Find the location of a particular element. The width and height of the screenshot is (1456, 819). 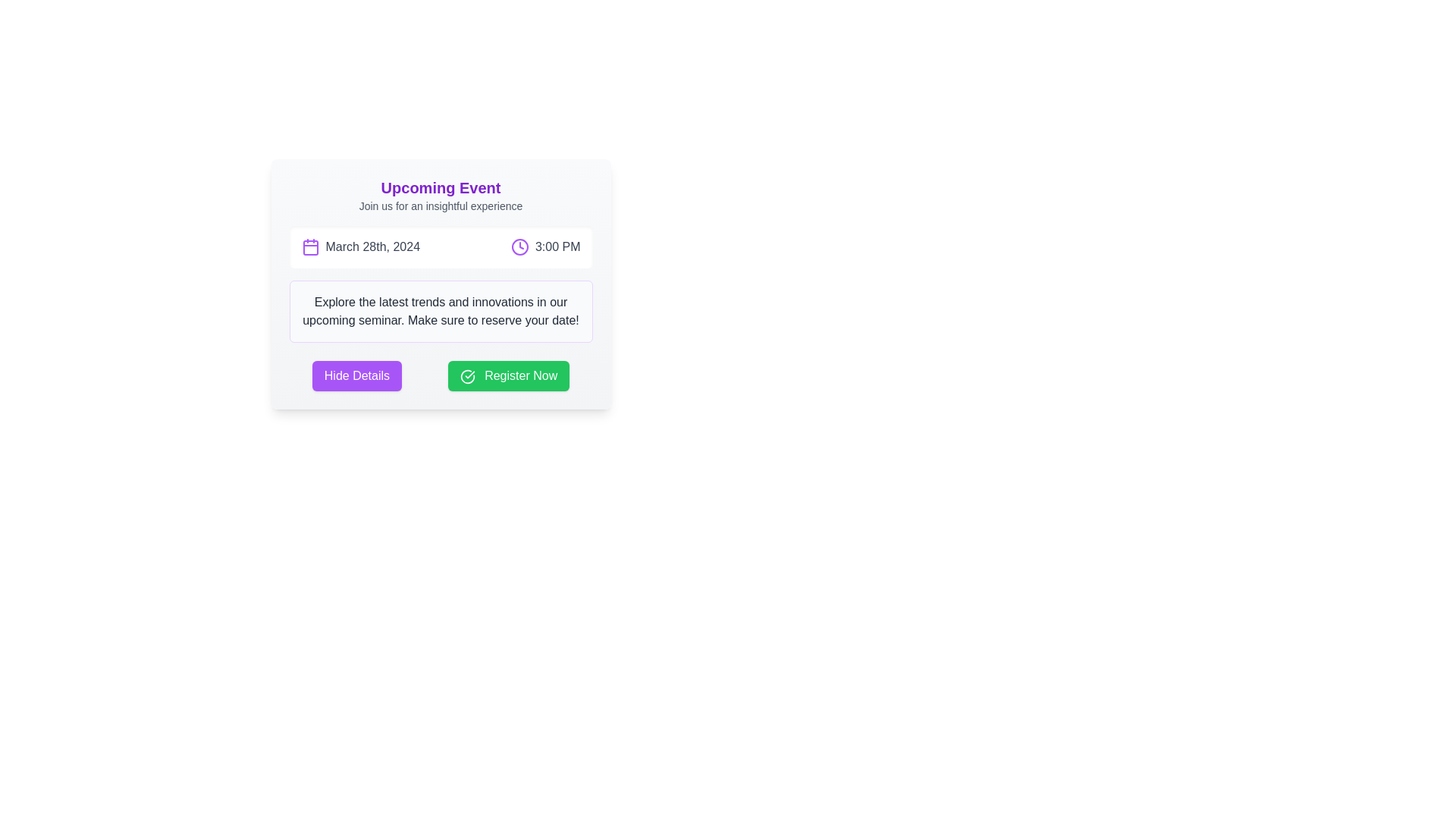

the outer frame of the clock icon adjacent to the '3:00 PM' label, which serves as a decorative element in the event date and time section is located at coordinates (519, 246).